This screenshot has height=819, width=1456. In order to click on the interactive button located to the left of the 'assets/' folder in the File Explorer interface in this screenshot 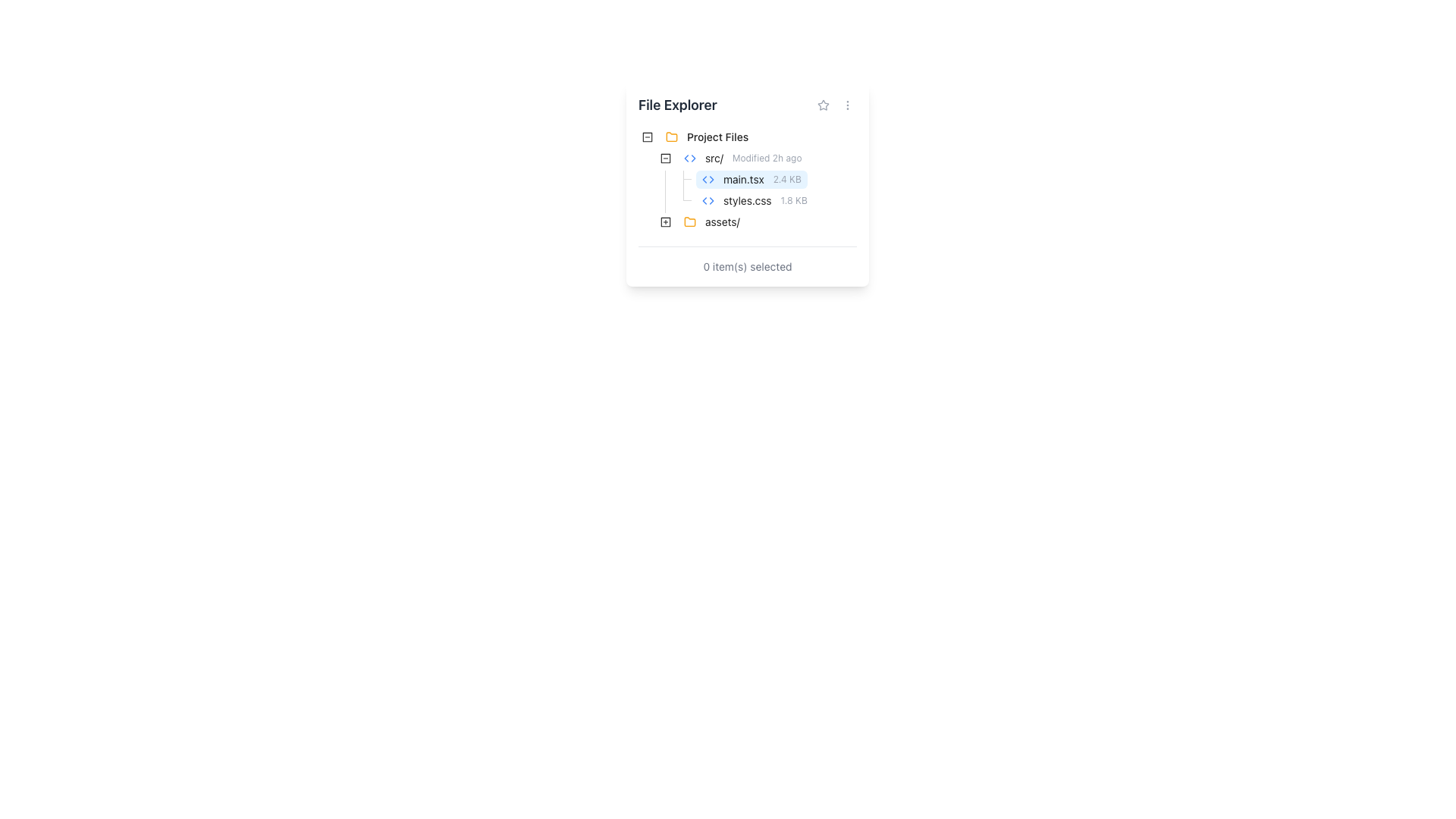, I will do `click(666, 222)`.